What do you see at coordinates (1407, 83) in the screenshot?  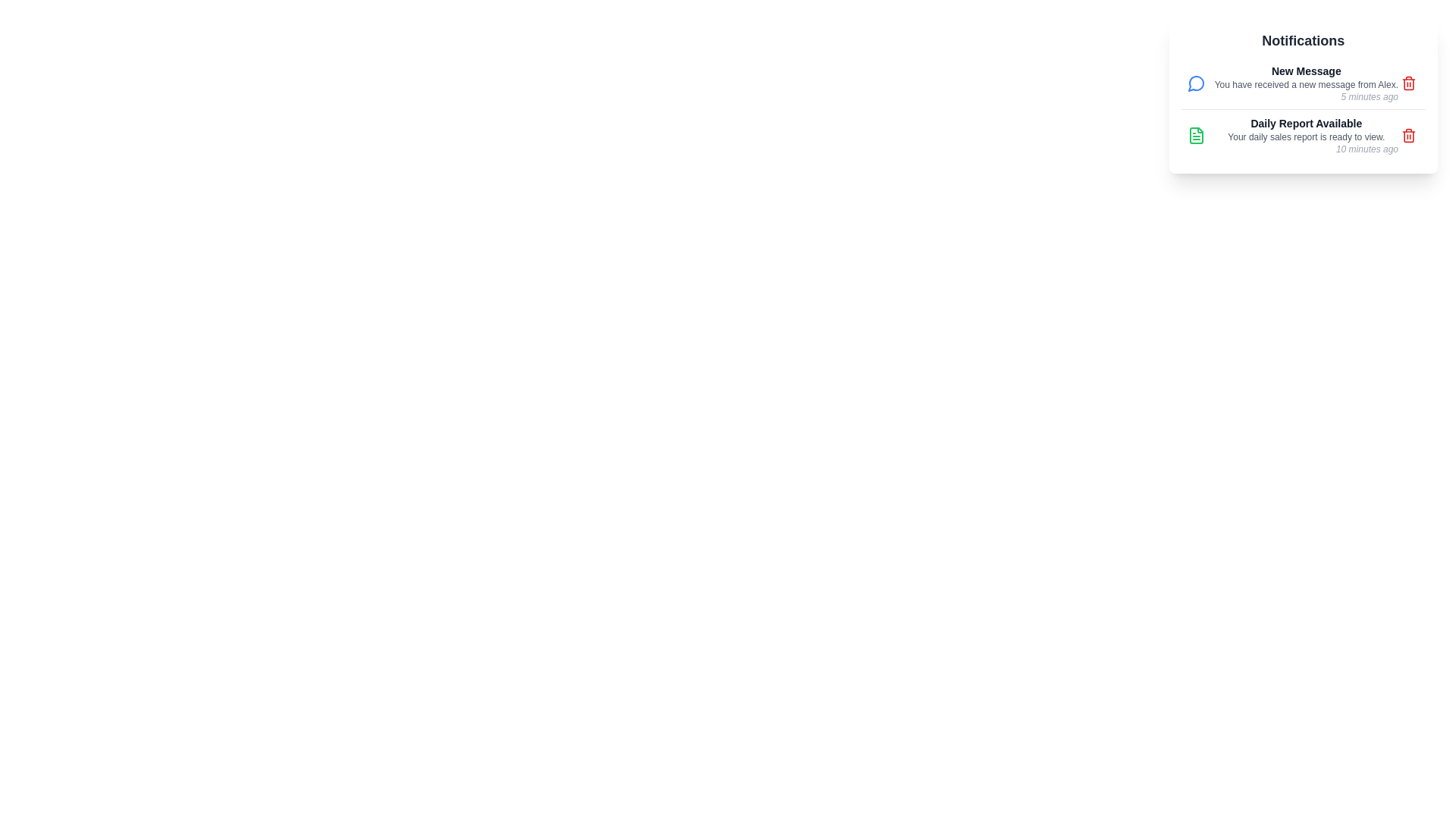 I see `delete button for the notification titled 'New Message'` at bounding box center [1407, 83].